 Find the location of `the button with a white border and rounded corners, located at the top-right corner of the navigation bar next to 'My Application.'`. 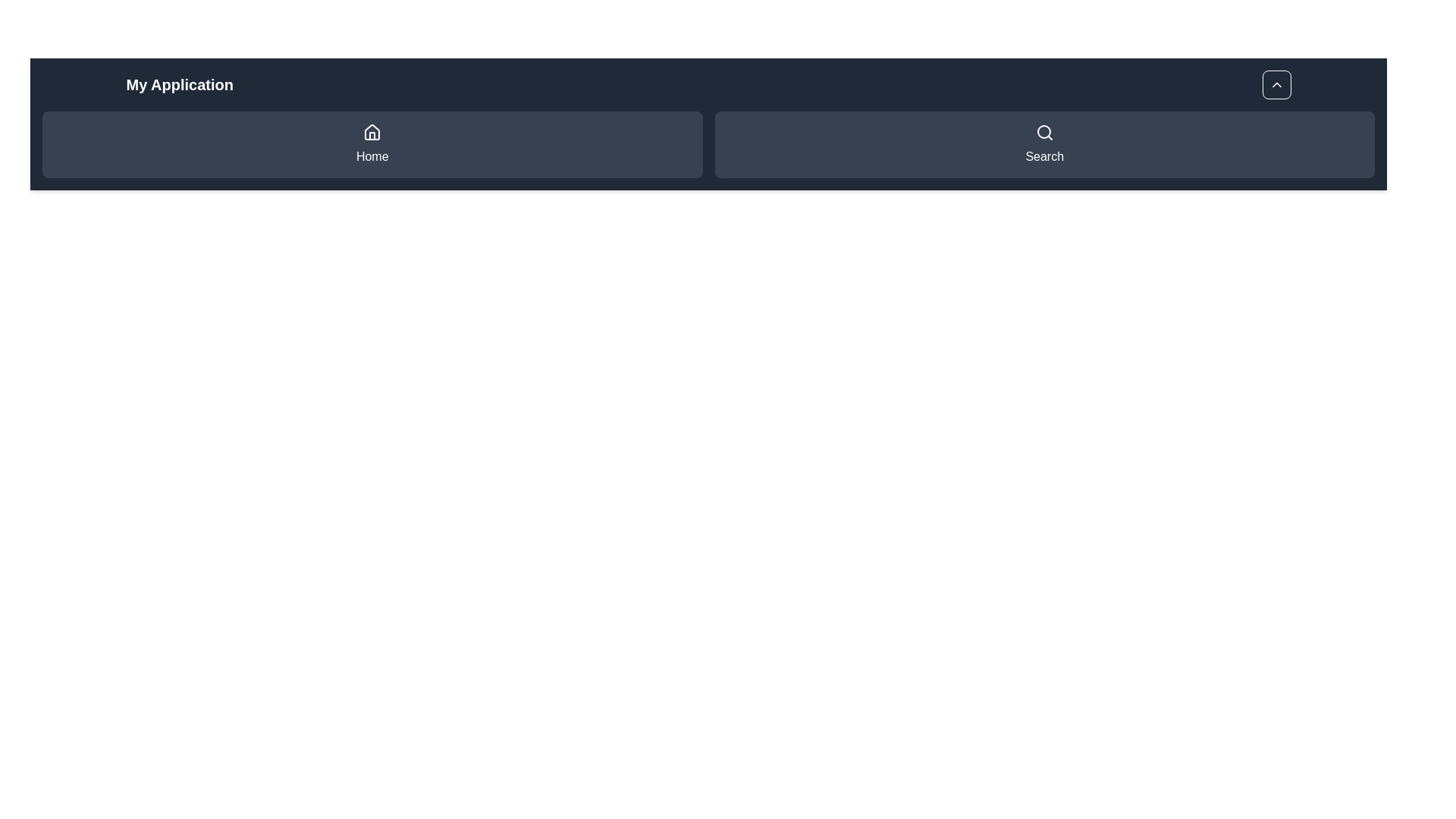

the button with a white border and rounded corners, located at the top-right corner of the navigation bar next to 'My Application.' is located at coordinates (1276, 84).